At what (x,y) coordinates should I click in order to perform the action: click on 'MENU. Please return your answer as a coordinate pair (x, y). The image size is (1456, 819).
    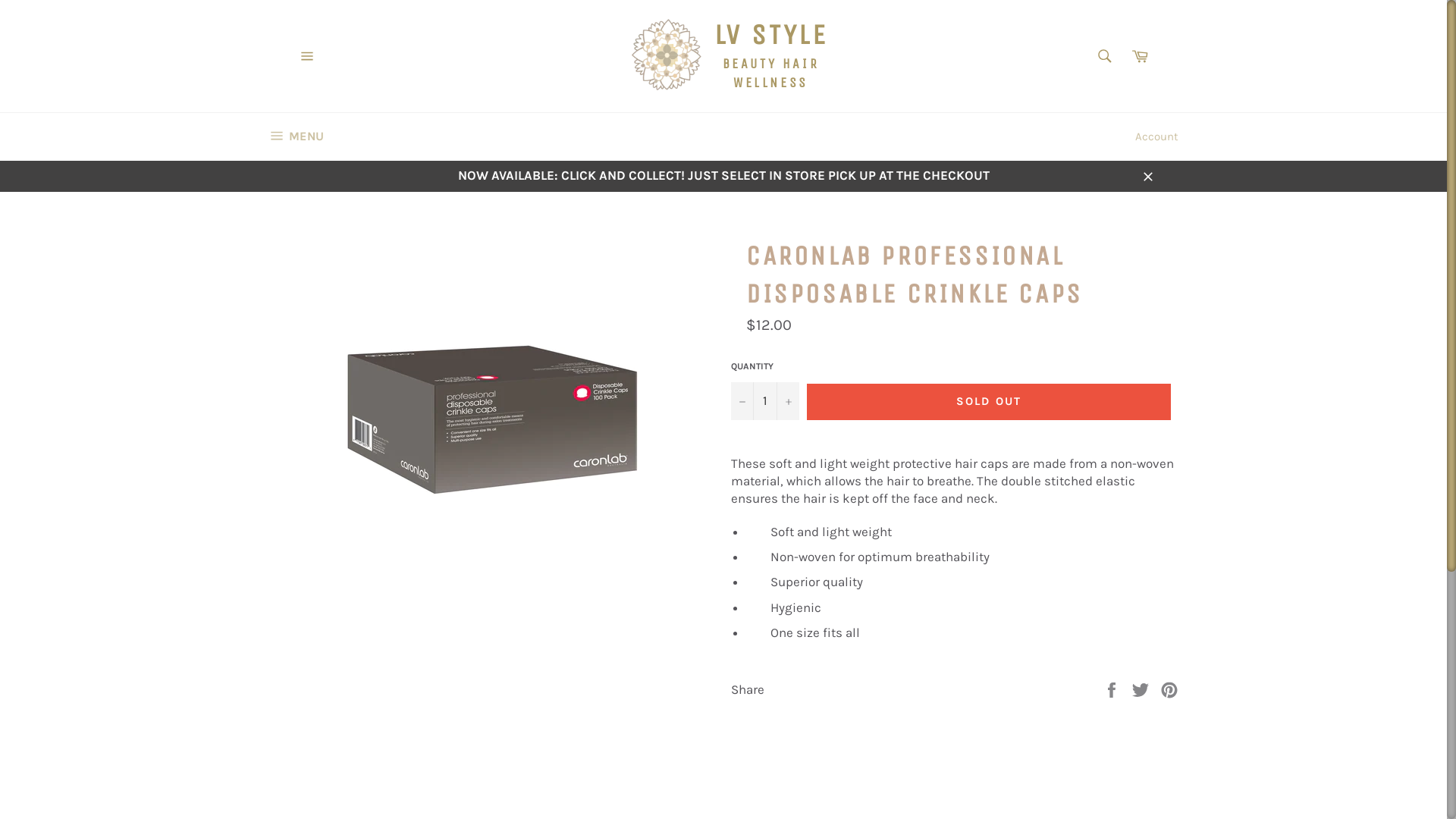
    Looking at the image, I should click on (296, 136).